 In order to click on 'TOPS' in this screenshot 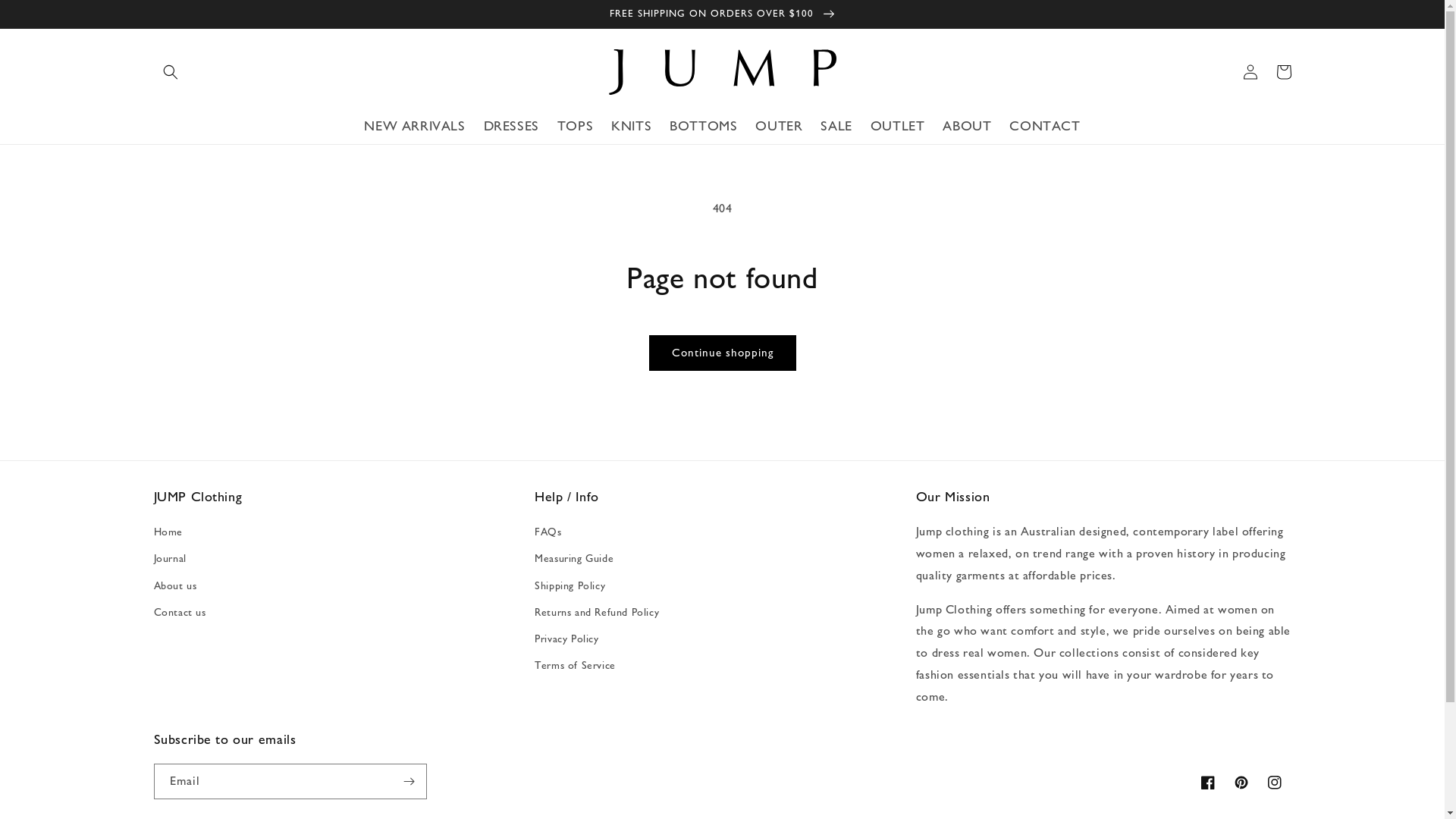, I will do `click(548, 125)`.